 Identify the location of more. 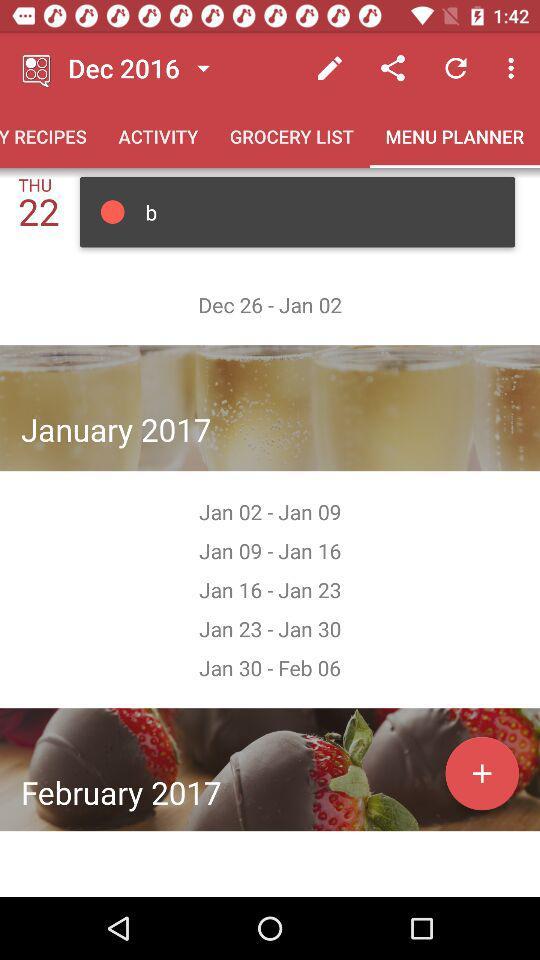
(481, 772).